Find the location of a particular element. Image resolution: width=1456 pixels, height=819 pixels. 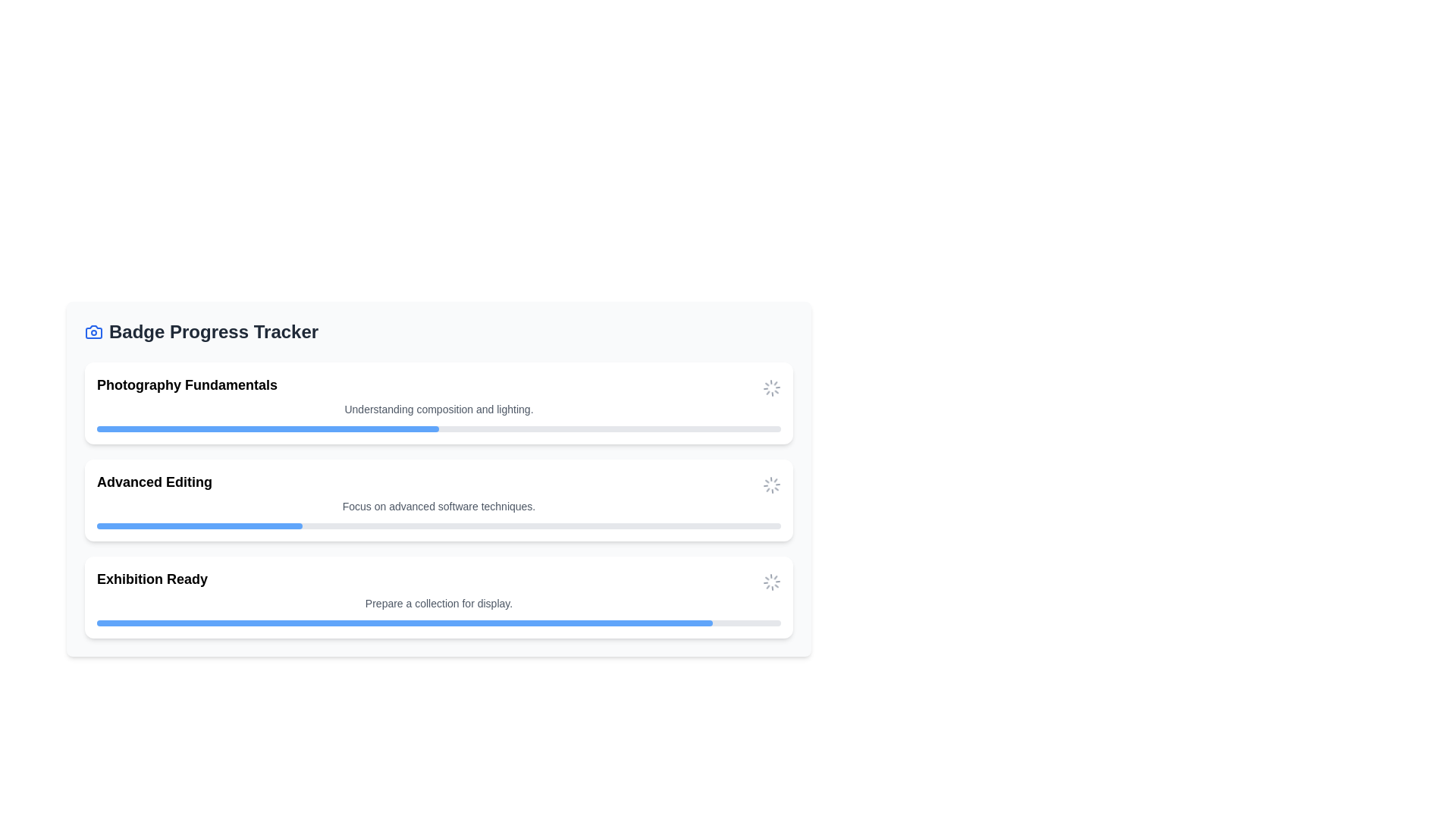

the blue progress bar segment indicating progress for 'Photography Fundamentals' in the 'Badge Progress Tracker' interface is located at coordinates (268, 429).